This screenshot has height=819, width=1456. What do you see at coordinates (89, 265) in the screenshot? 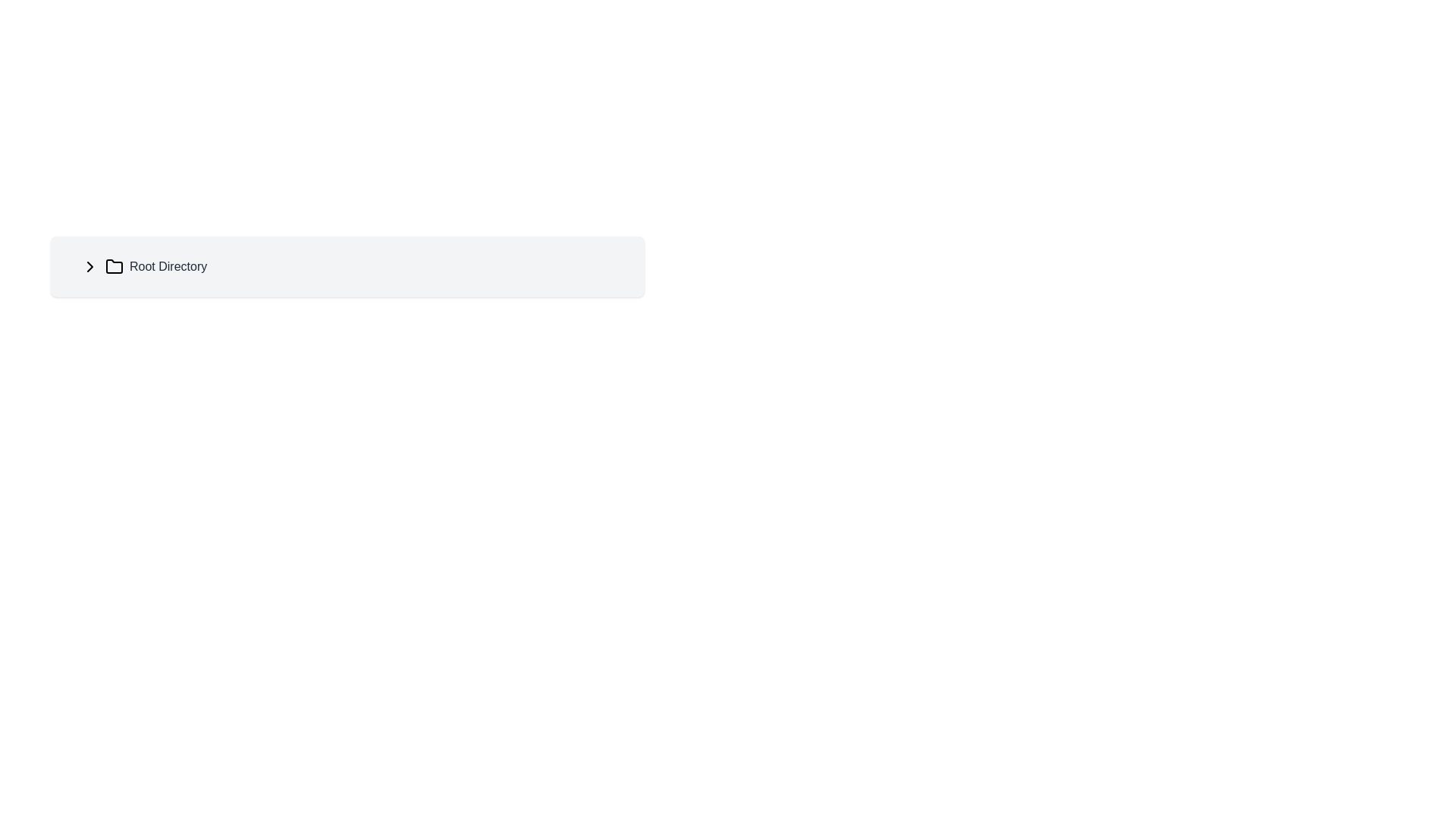
I see `the right-pointing chevron icon located to the left of the 'Root Directory' text label` at bounding box center [89, 265].